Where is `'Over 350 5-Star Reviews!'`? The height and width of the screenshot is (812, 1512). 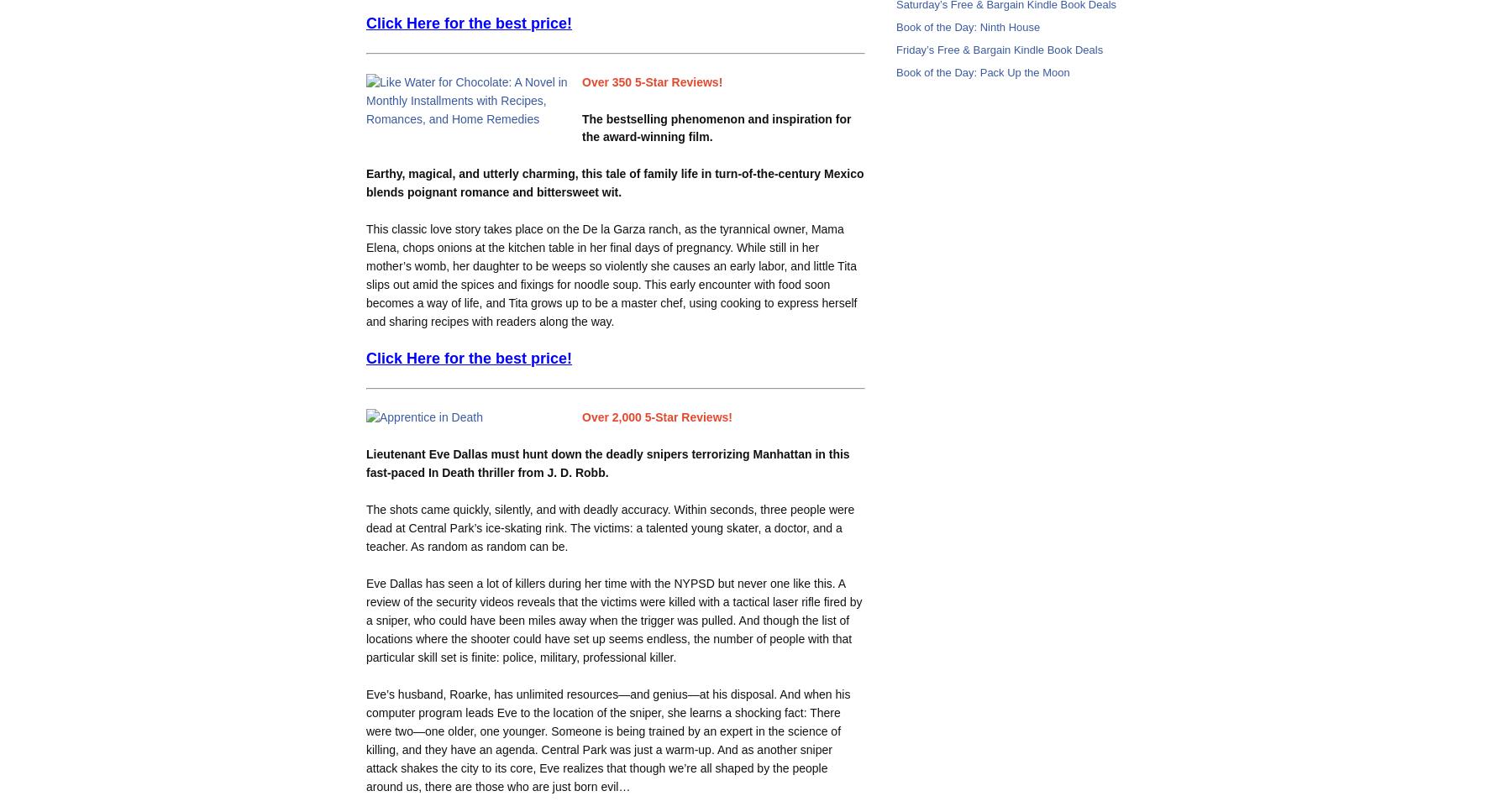 'Over 350 5-Star Reviews!' is located at coordinates (651, 81).